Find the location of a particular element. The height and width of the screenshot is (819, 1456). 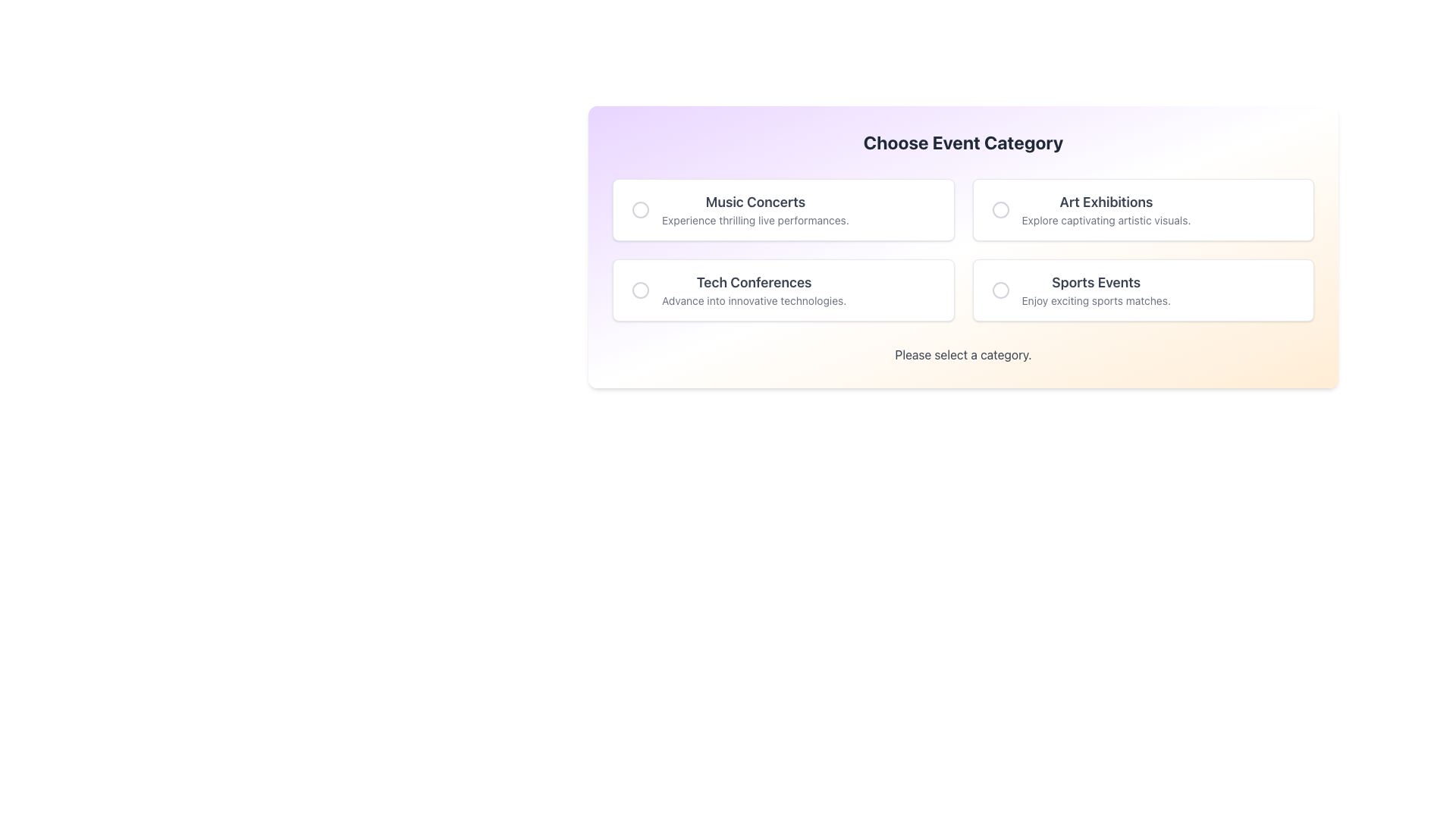

the 'Art Exhibitions' text block, which is part of a rectangular card located in the top-right of a 2x2 grid is located at coordinates (1106, 210).